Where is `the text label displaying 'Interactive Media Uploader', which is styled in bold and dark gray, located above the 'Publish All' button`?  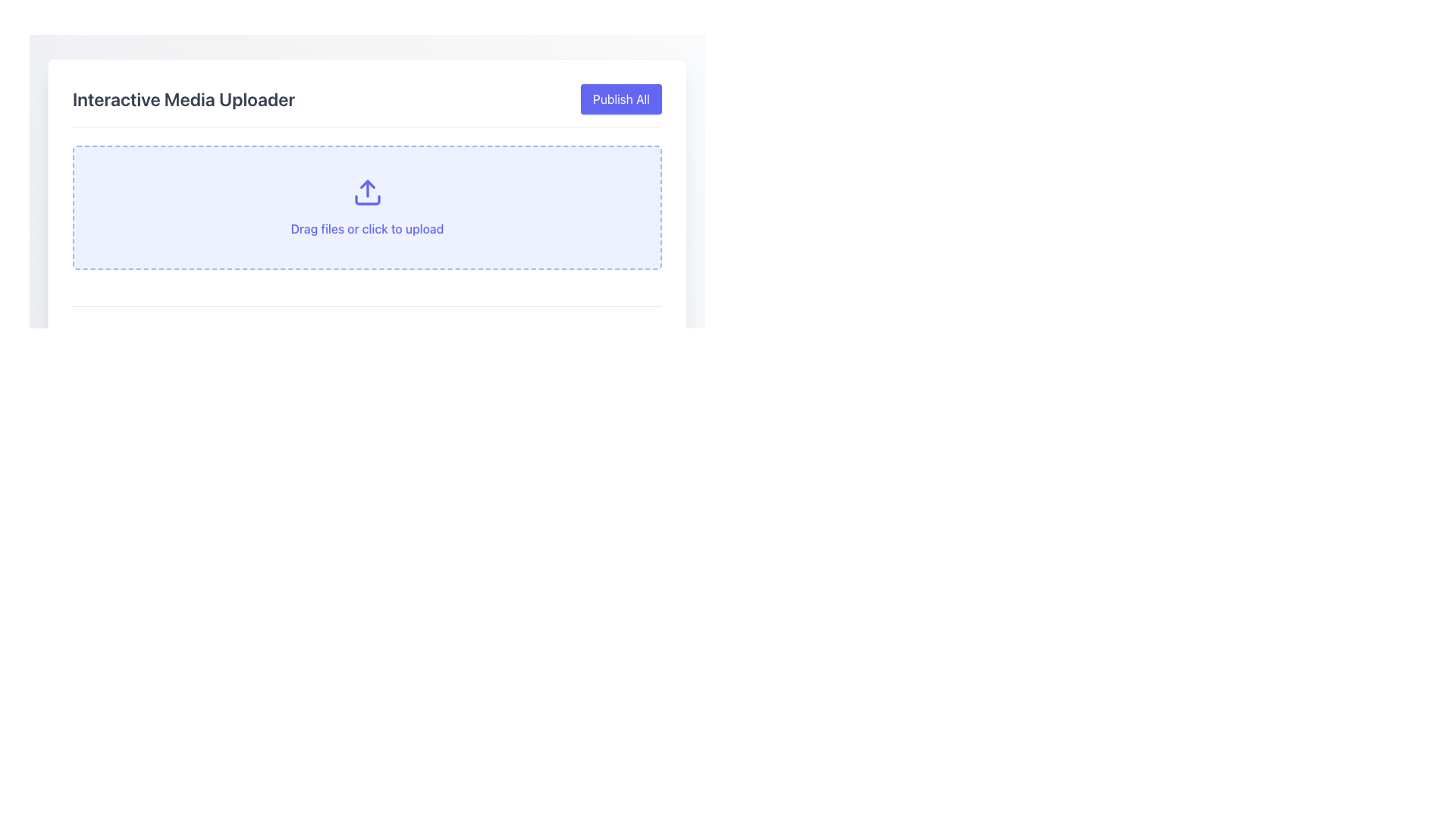
the text label displaying 'Interactive Media Uploader', which is styled in bold and dark gray, located above the 'Publish All' button is located at coordinates (183, 99).